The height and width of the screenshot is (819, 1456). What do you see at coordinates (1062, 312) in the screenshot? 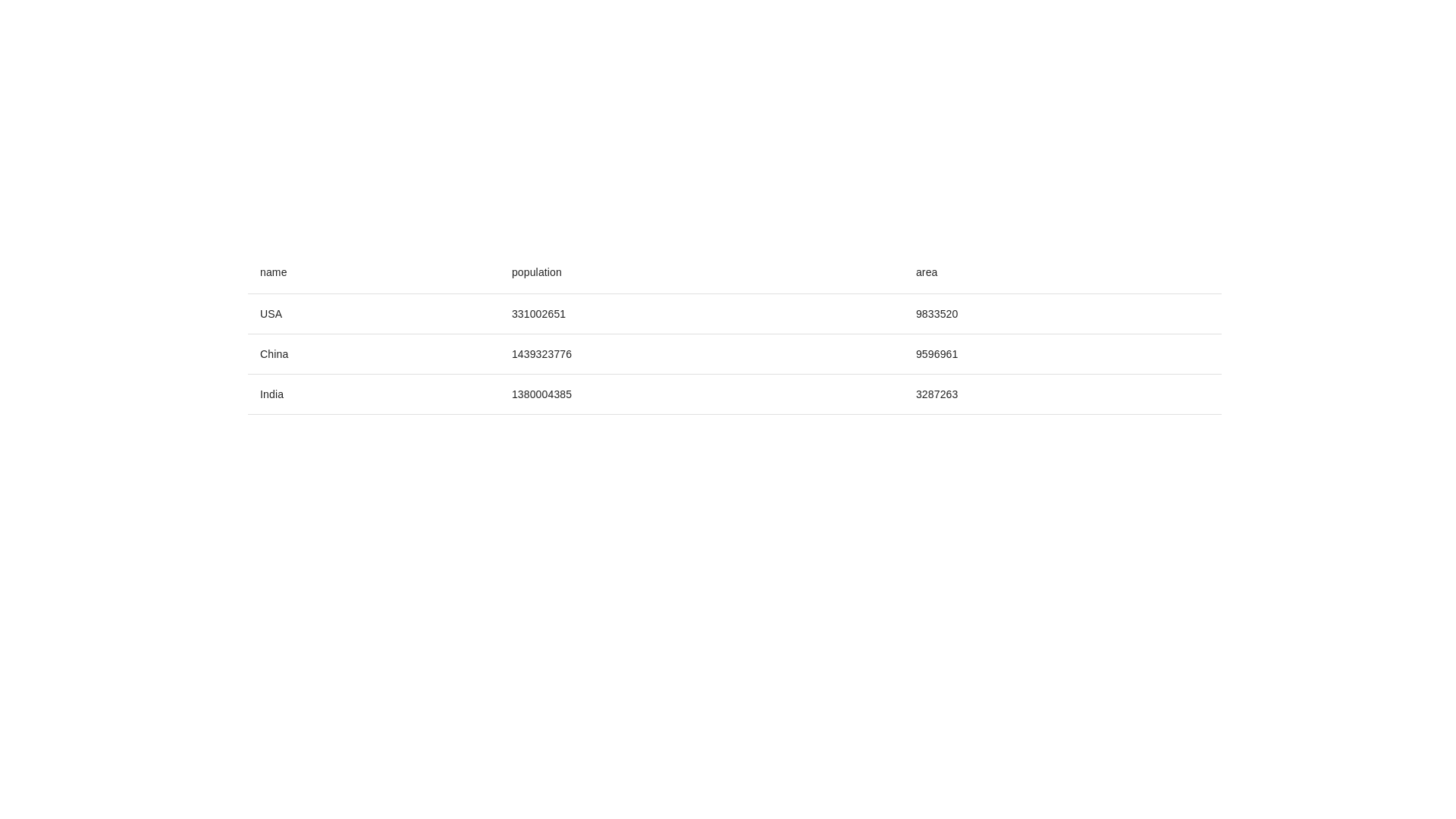
I see `displayed numeric value in the area table cell for the 'USA' entry, which is the third cell in the first data row of the table` at bounding box center [1062, 312].